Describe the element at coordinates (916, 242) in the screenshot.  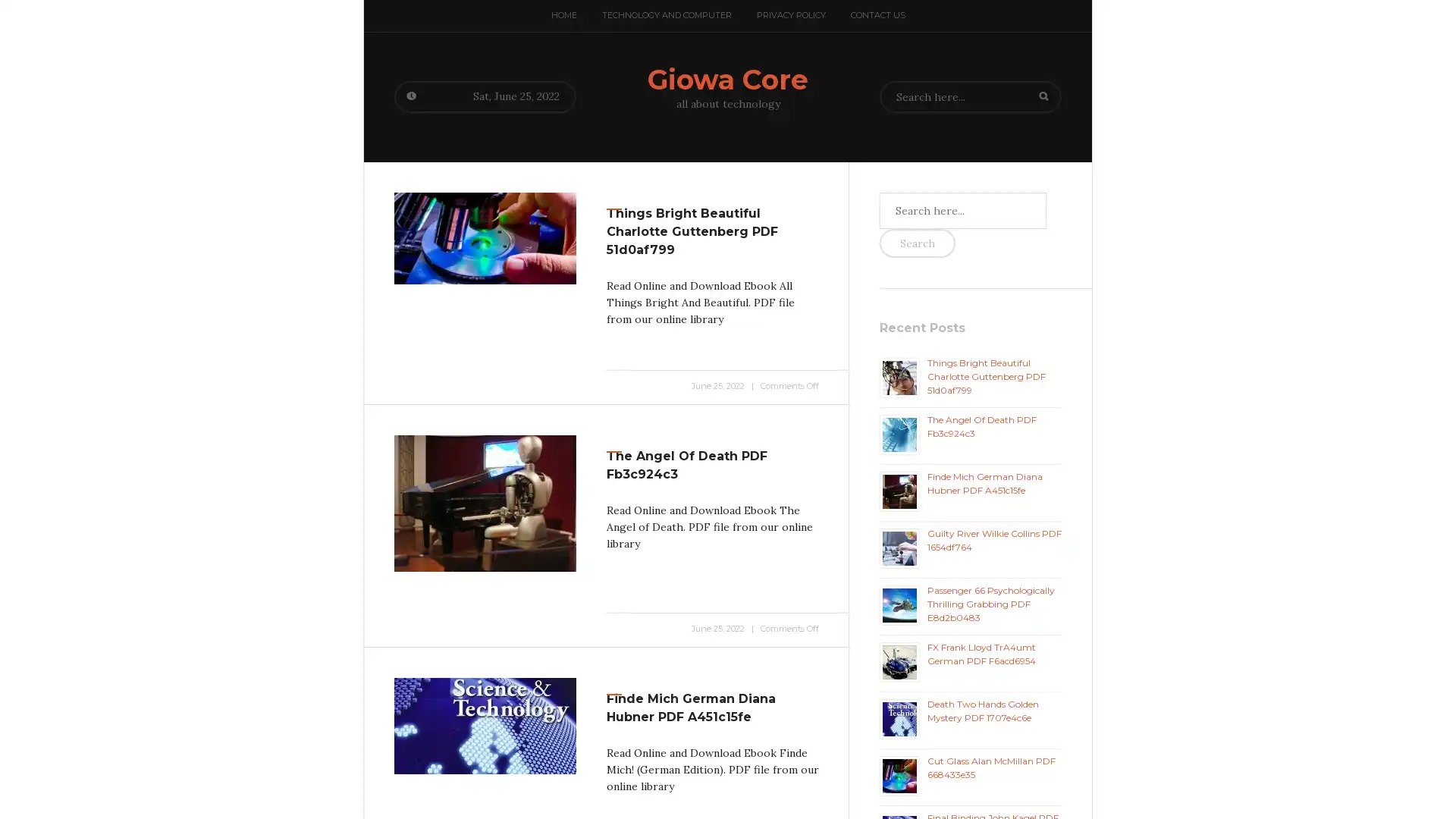
I see `Search` at that location.